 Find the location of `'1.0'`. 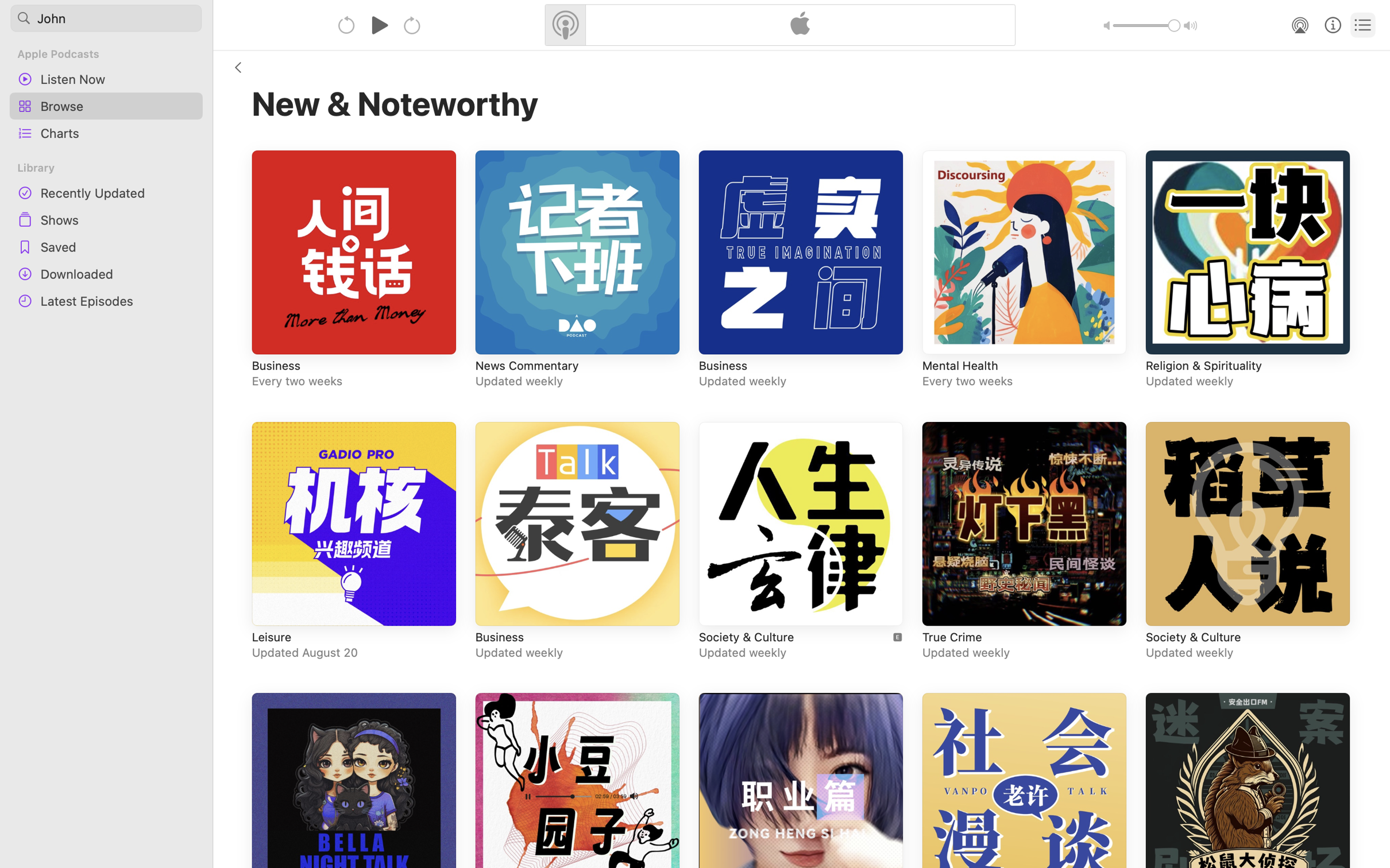

'1.0' is located at coordinates (1146, 25).